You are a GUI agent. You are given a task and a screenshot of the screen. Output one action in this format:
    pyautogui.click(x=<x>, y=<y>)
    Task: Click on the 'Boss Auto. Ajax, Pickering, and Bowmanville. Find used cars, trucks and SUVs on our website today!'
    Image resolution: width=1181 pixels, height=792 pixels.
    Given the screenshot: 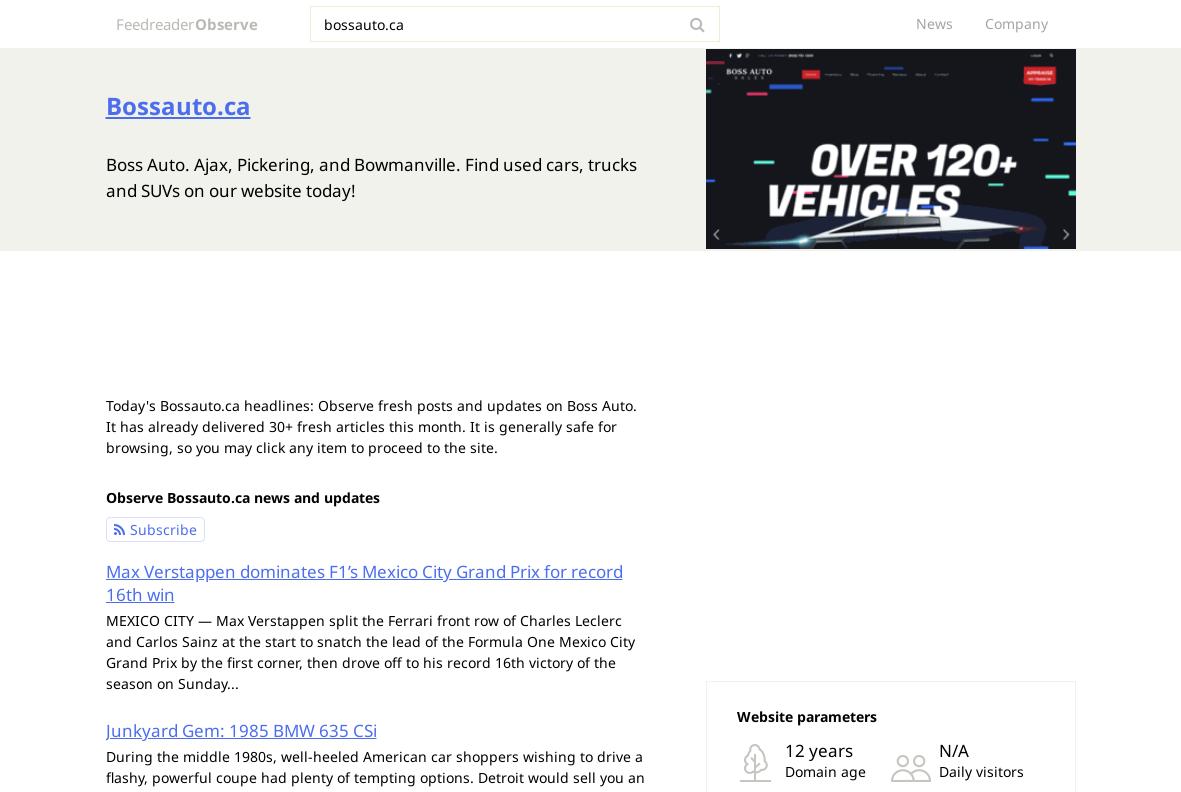 What is the action you would take?
    pyautogui.click(x=370, y=177)
    